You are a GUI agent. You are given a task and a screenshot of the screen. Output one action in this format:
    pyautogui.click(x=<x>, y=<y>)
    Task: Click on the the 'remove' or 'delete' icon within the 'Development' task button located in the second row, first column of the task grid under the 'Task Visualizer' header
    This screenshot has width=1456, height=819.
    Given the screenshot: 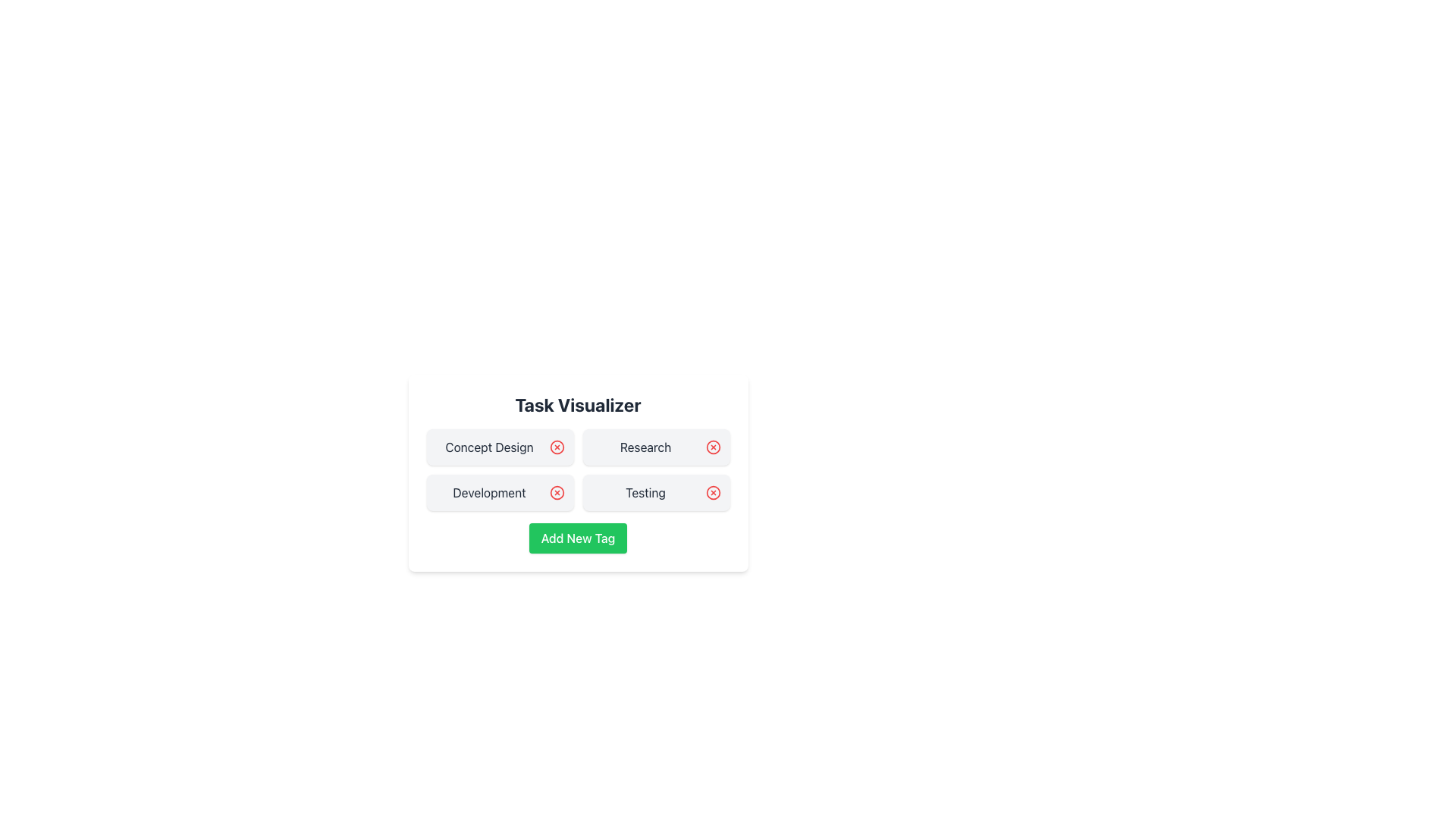 What is the action you would take?
    pyautogui.click(x=556, y=493)
    